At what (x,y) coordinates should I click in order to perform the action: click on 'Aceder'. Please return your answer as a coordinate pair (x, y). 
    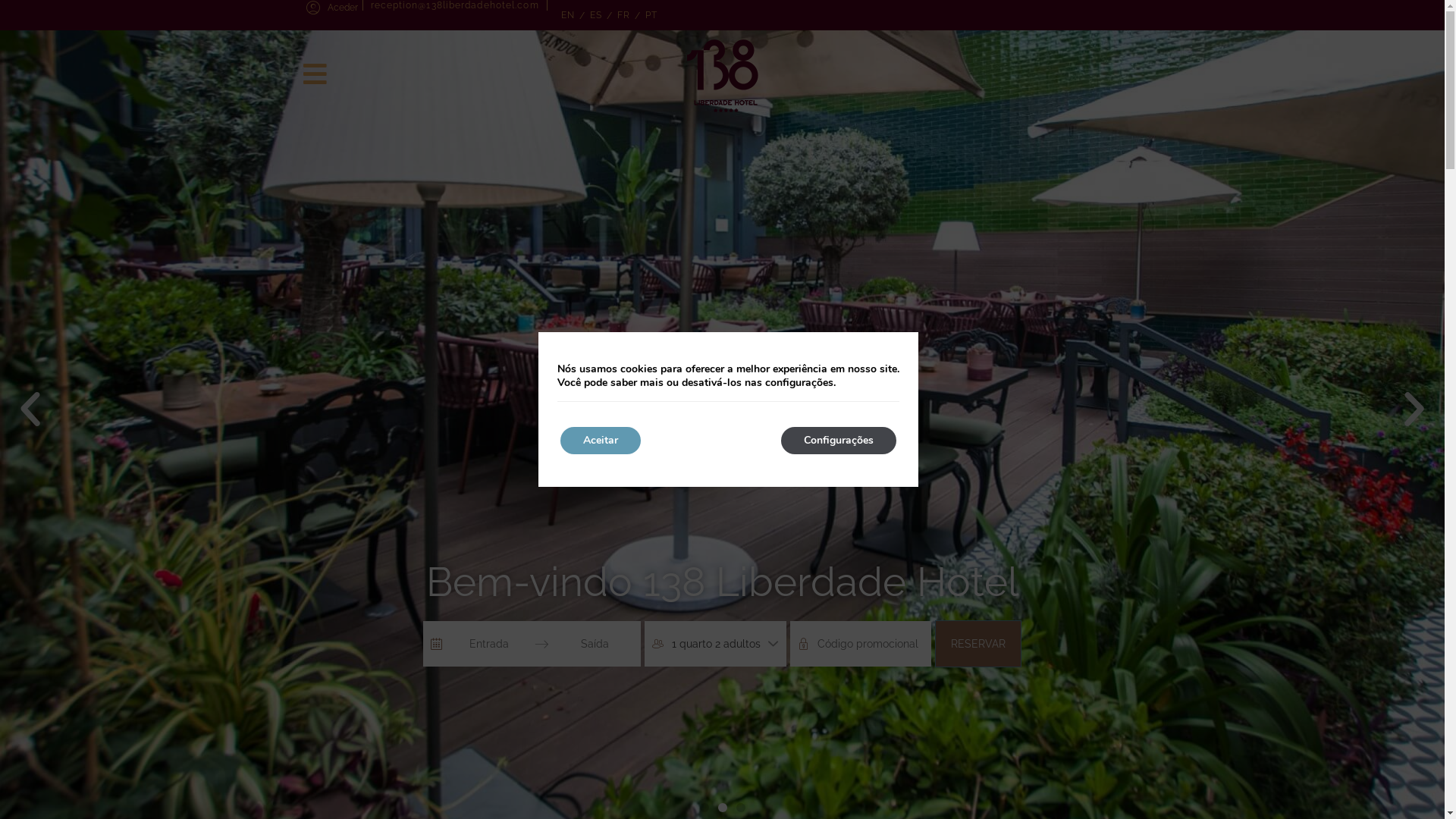
    Looking at the image, I should click on (302, 8).